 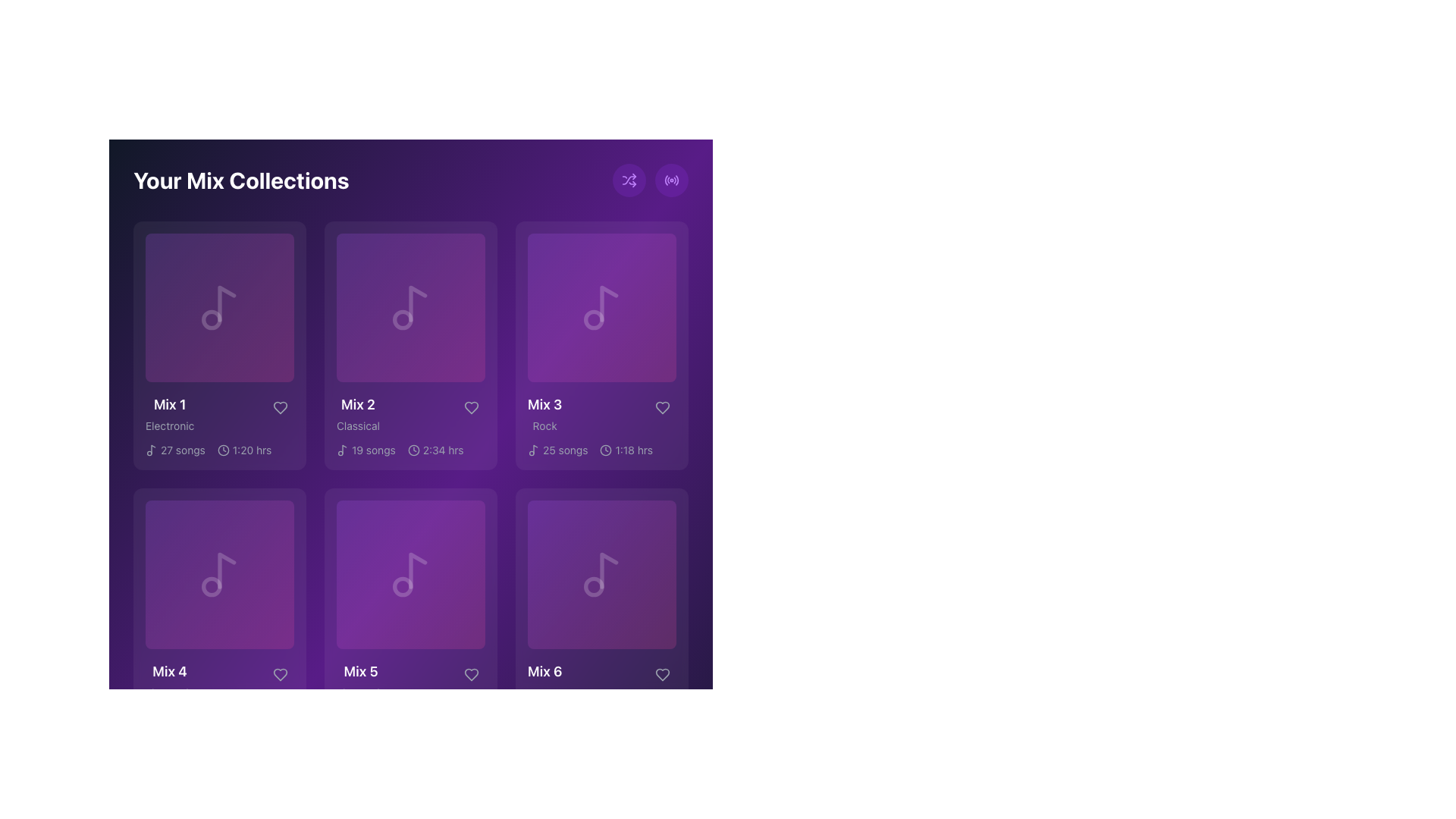 I want to click on the Label with icon that displays the number of songs in the 'Mix 3' music collection, located in the 'Your Mix Collections' section, positioned below the title and above the duration information, next to the music note icon, so click(x=557, y=450).